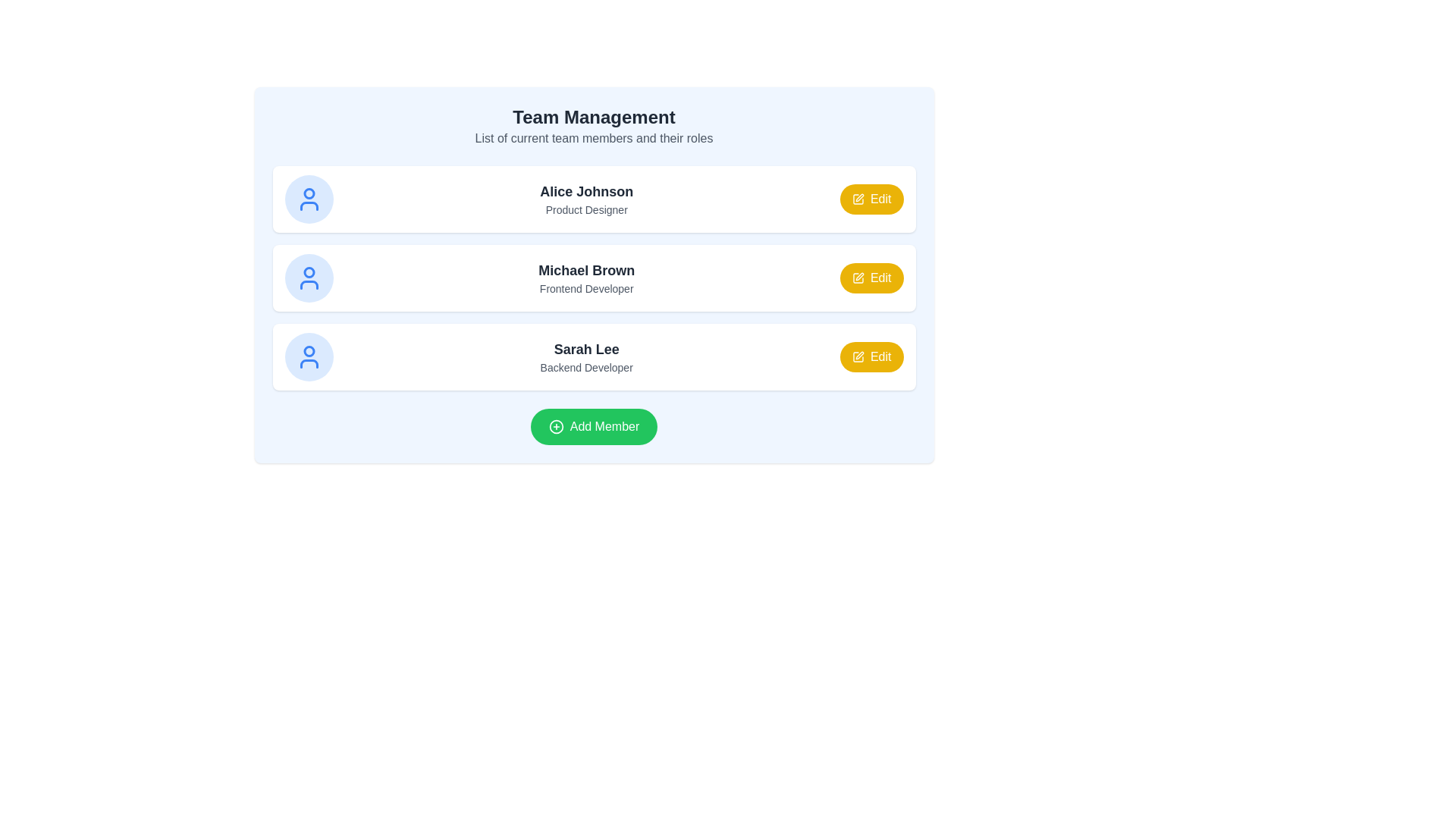 Image resolution: width=1456 pixels, height=819 pixels. I want to click on the small gray text label that reads 'Frontend Developer', located directly below 'Michael Brown' in the center card of the team members' list, so click(585, 289).